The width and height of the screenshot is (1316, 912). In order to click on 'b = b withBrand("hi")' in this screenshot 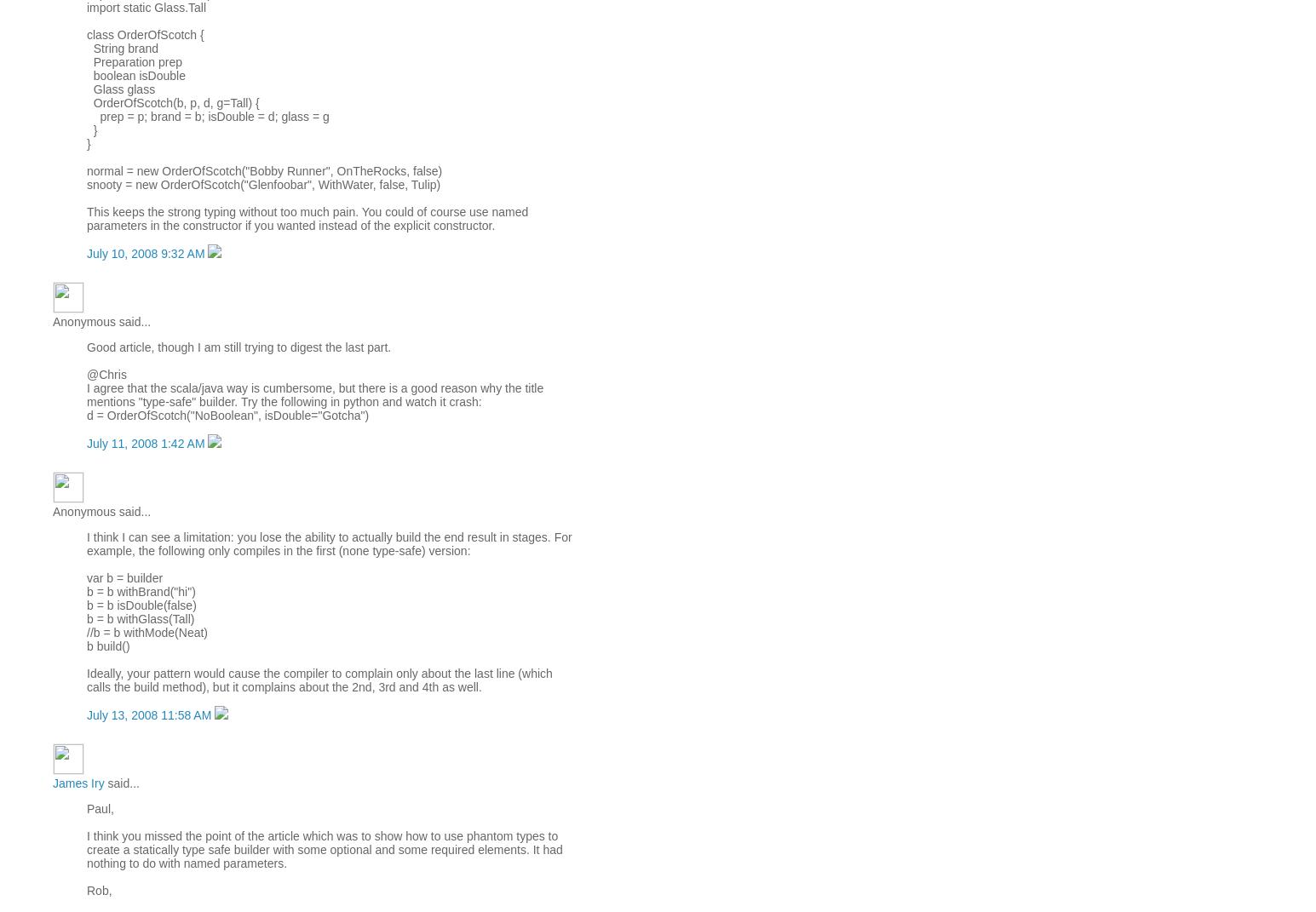, I will do `click(141, 591)`.